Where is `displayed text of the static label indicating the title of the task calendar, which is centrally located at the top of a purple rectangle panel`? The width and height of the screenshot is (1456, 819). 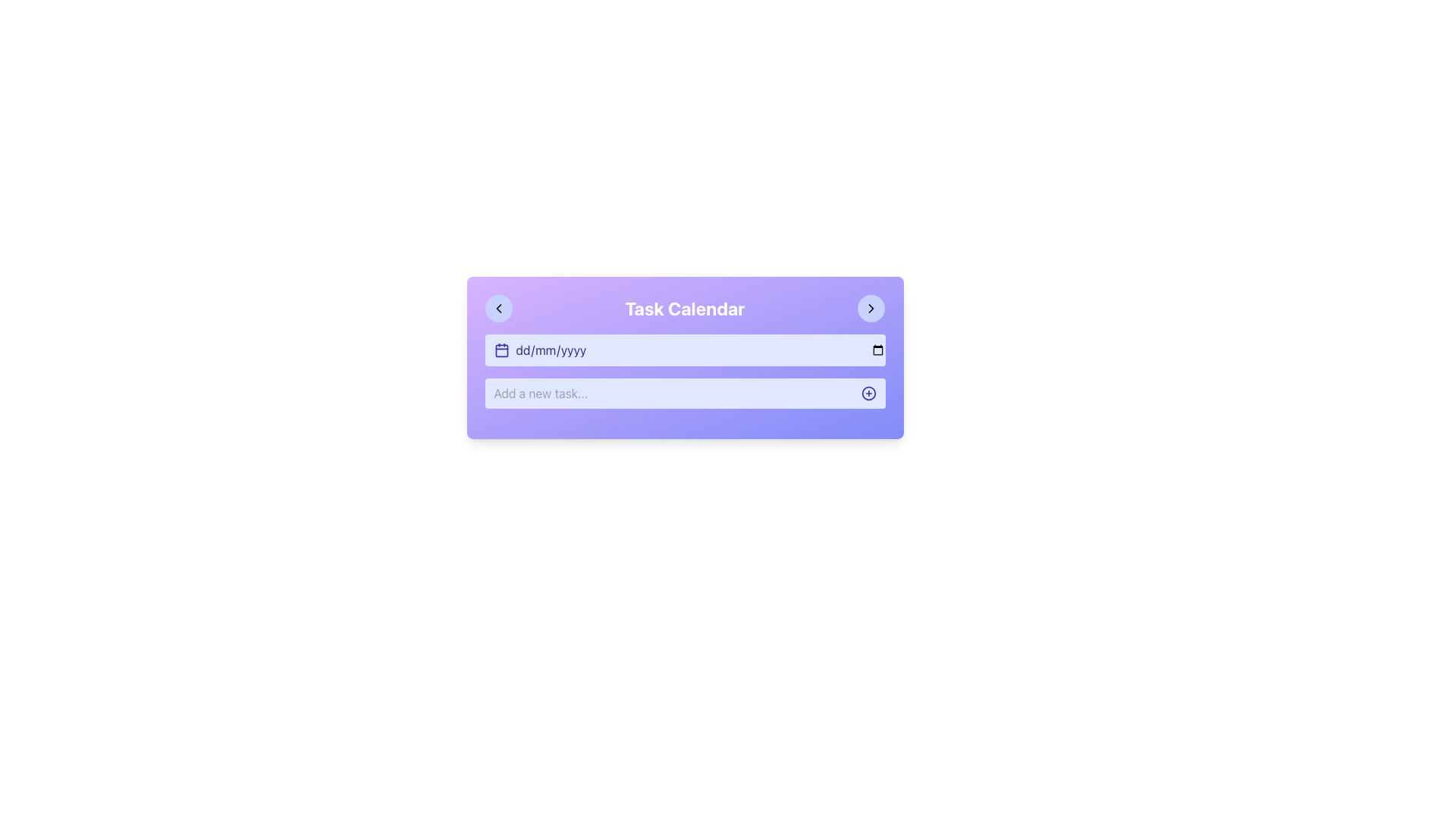 displayed text of the static label indicating the title of the task calendar, which is centrally located at the top of a purple rectangle panel is located at coordinates (684, 308).